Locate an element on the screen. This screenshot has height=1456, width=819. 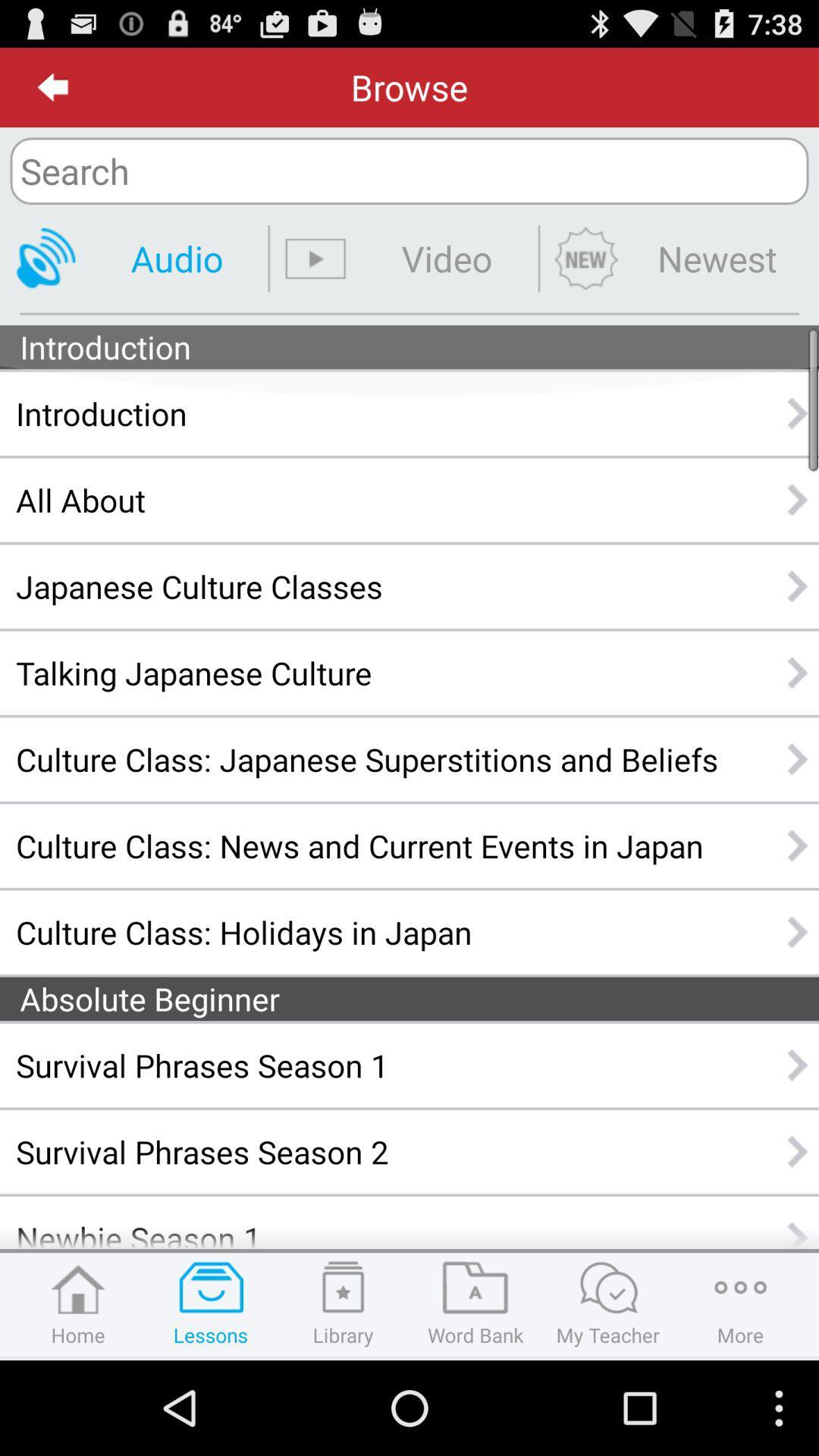
the icon above library is located at coordinates (343, 1287).